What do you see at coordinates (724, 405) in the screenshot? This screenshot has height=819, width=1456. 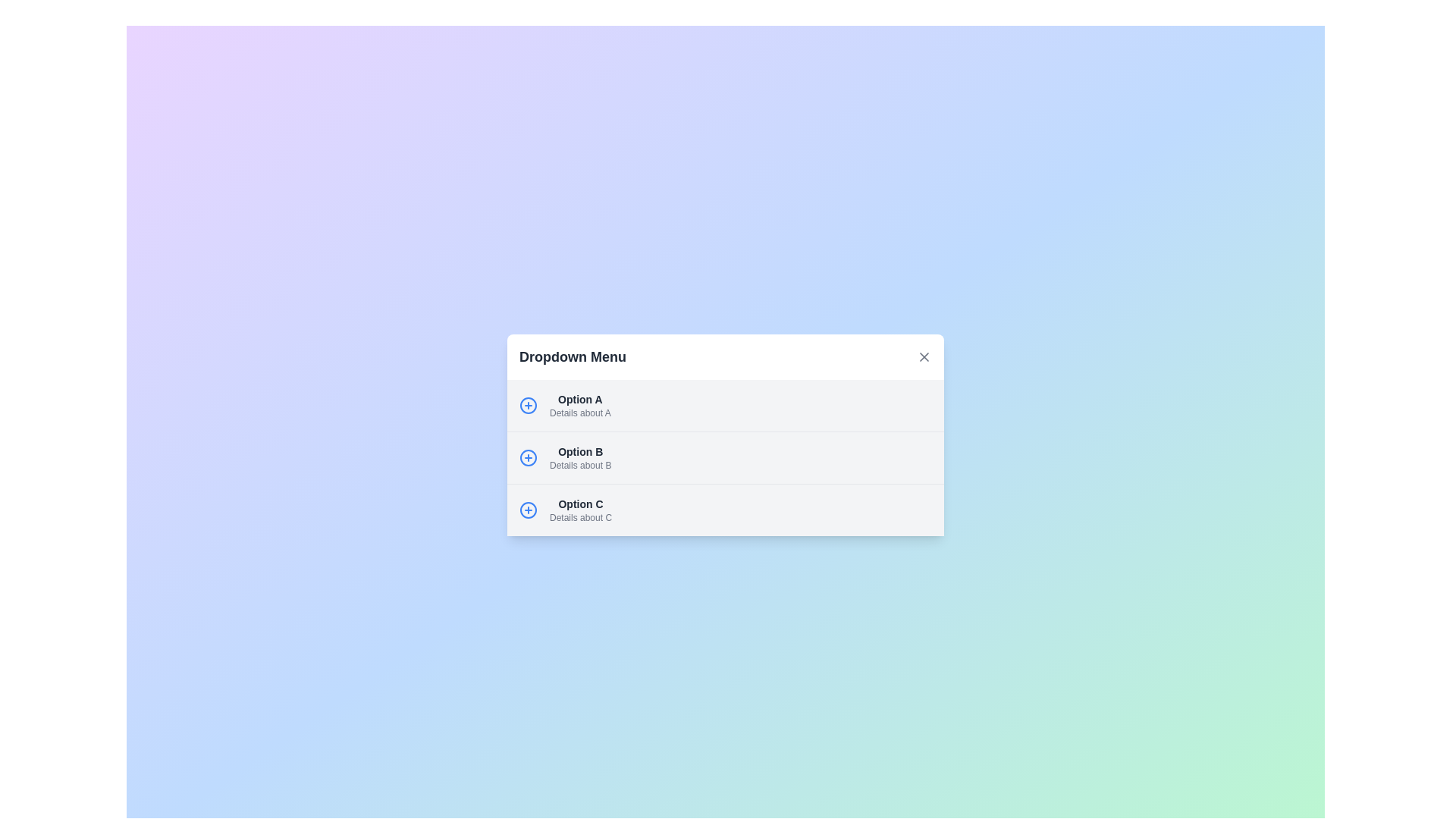 I see `the first list item labeled 'Option A' in the dropdown menu, which provides additional details about this option` at bounding box center [724, 405].